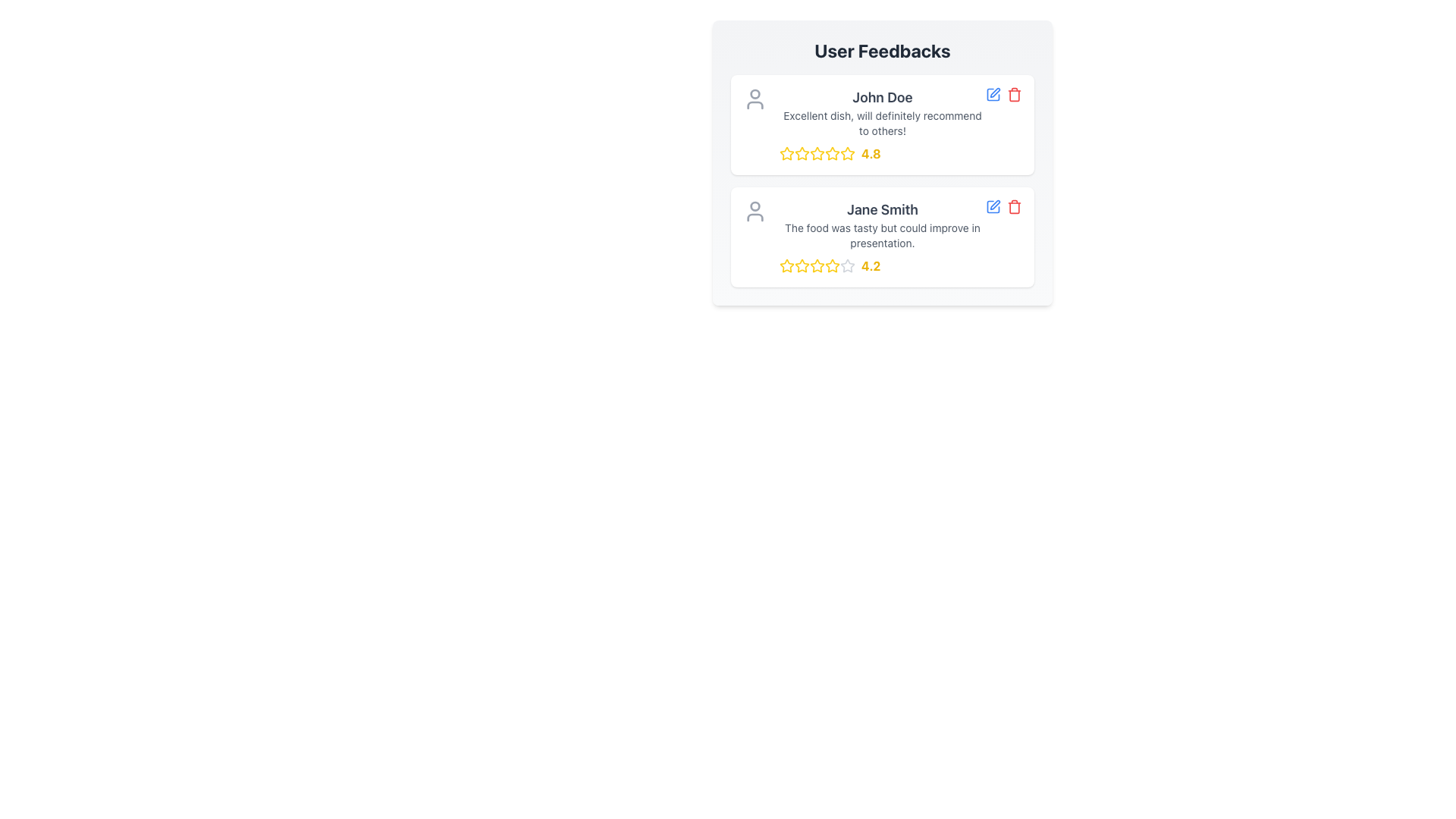 The height and width of the screenshot is (819, 1456). Describe the element at coordinates (817, 265) in the screenshot. I see `the fourth star icon in the rating indicator for 'Jane Smith', which visually represents a rating of four out of five stars` at that location.